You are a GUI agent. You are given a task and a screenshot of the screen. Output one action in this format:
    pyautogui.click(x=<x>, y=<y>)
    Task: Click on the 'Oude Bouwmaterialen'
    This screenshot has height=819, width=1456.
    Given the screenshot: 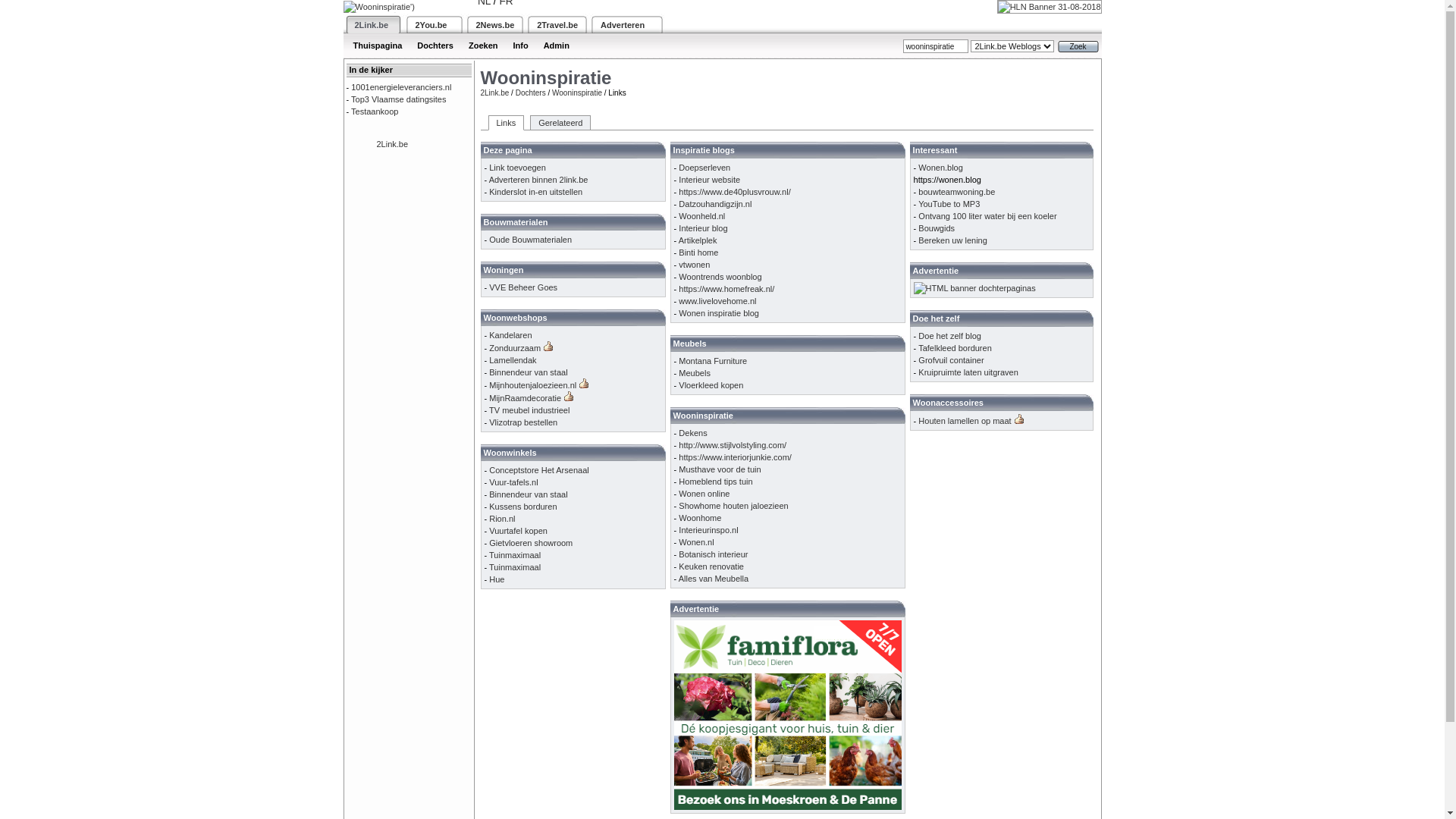 What is the action you would take?
    pyautogui.click(x=530, y=239)
    